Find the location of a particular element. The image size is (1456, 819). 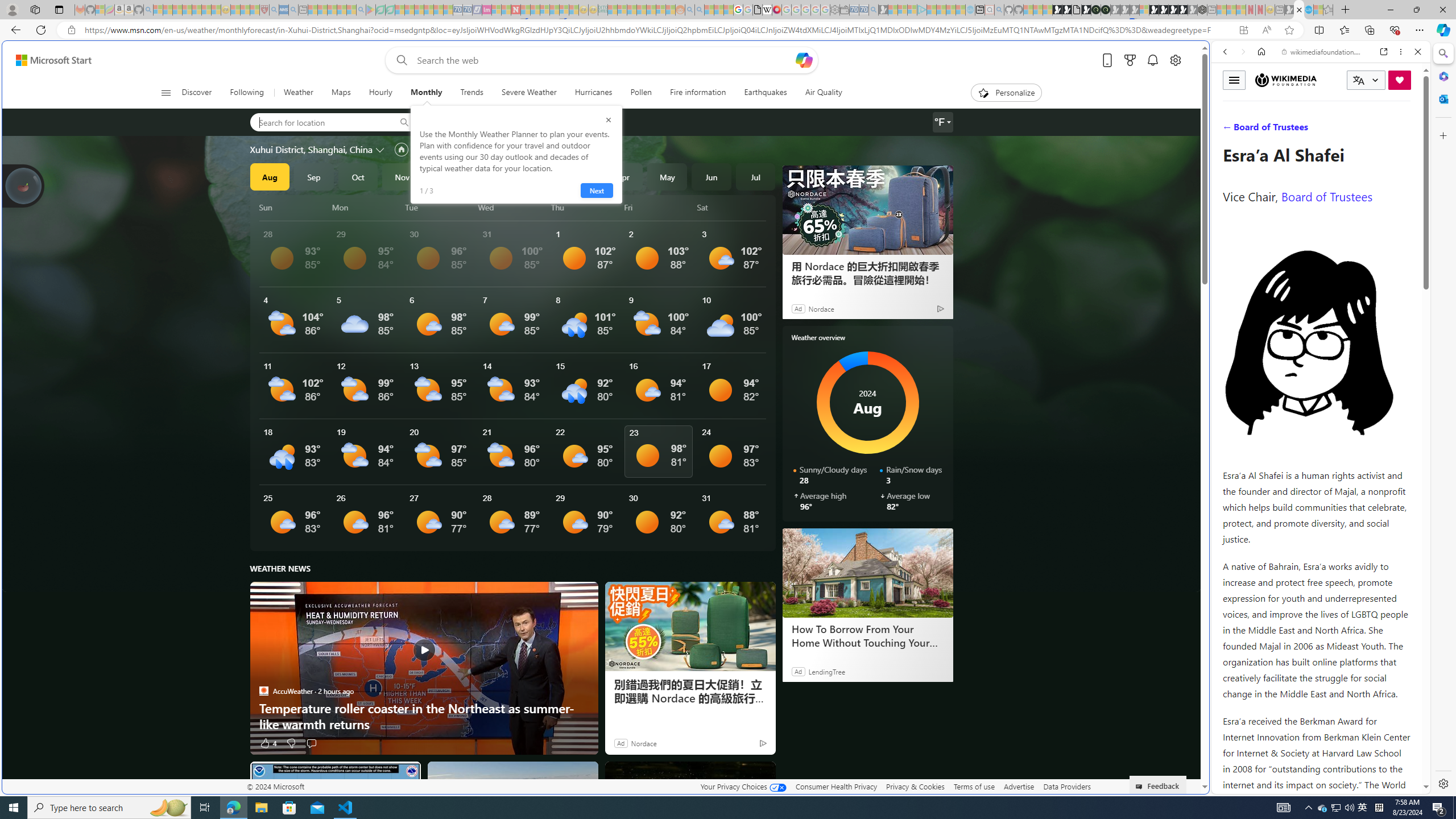

'Aug' is located at coordinates (268, 176).